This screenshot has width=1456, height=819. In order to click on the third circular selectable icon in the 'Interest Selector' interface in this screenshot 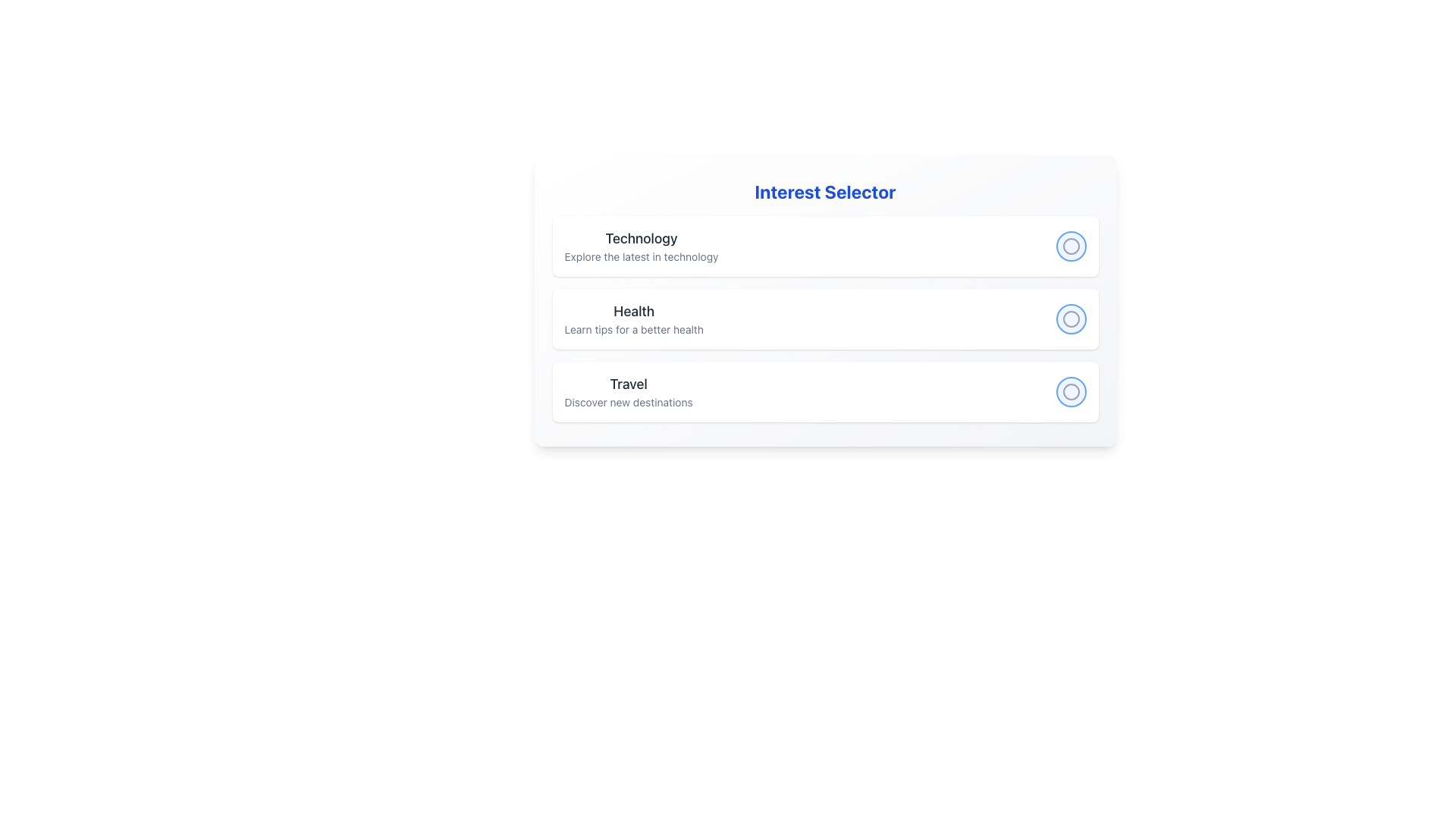, I will do `click(1070, 391)`.